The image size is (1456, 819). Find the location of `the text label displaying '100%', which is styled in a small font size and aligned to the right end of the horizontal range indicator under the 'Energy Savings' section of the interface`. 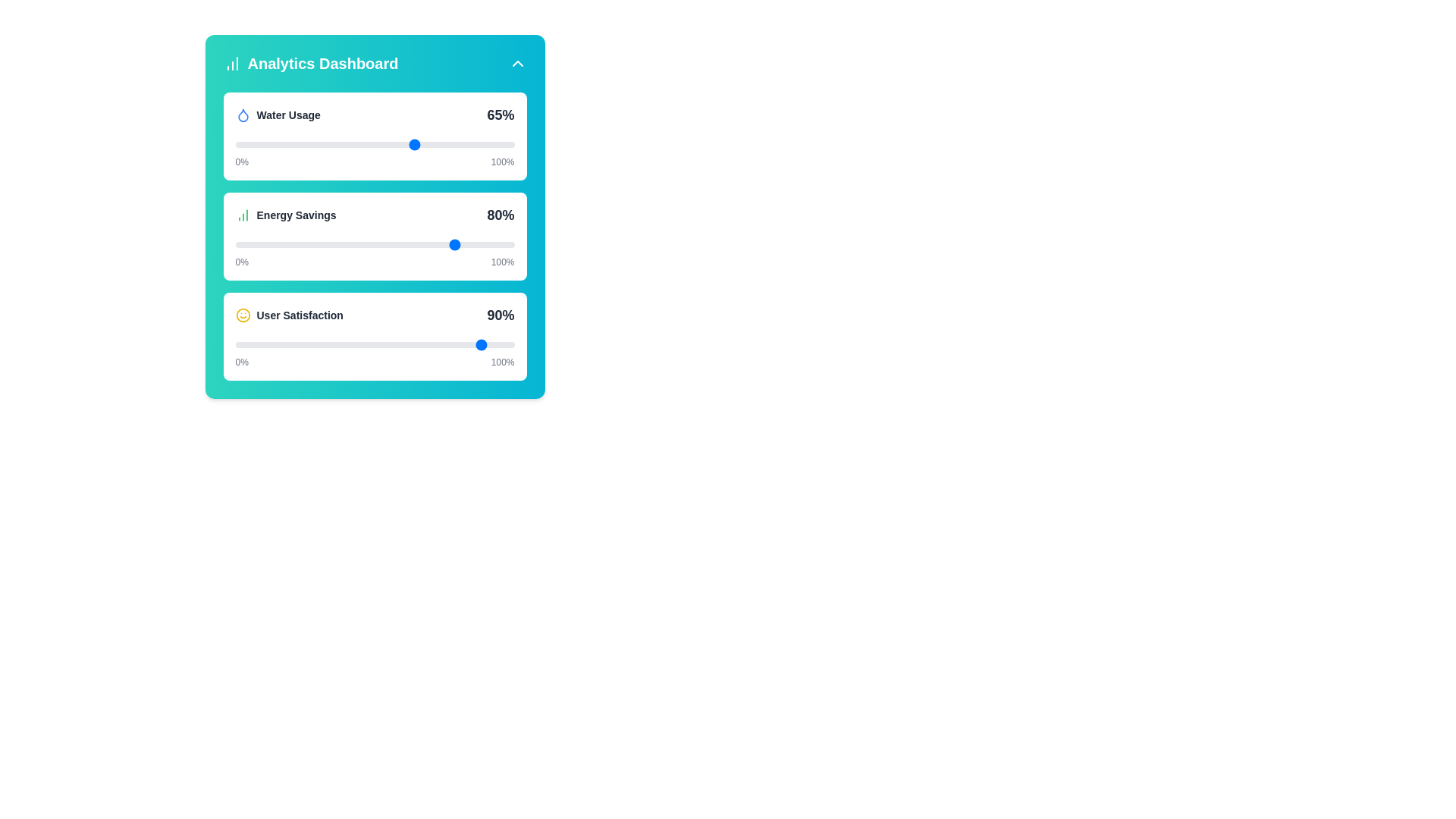

the text label displaying '100%', which is styled in a small font size and aligned to the right end of the horizontal range indicator under the 'Energy Savings' section of the interface is located at coordinates (503, 262).